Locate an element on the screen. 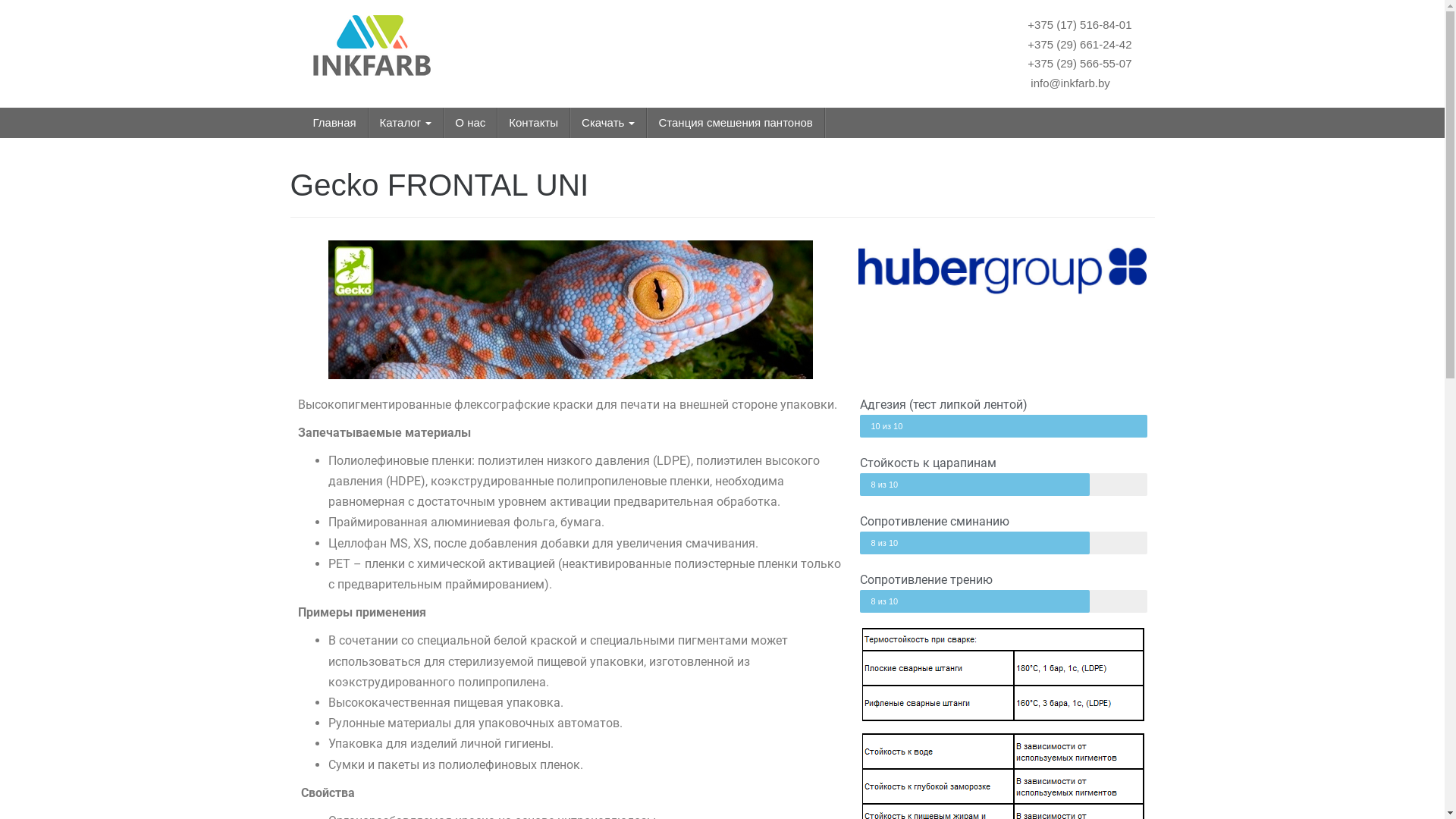 This screenshot has width=1456, height=819. 'info@inkfarb.by' is located at coordinates (1068, 82).